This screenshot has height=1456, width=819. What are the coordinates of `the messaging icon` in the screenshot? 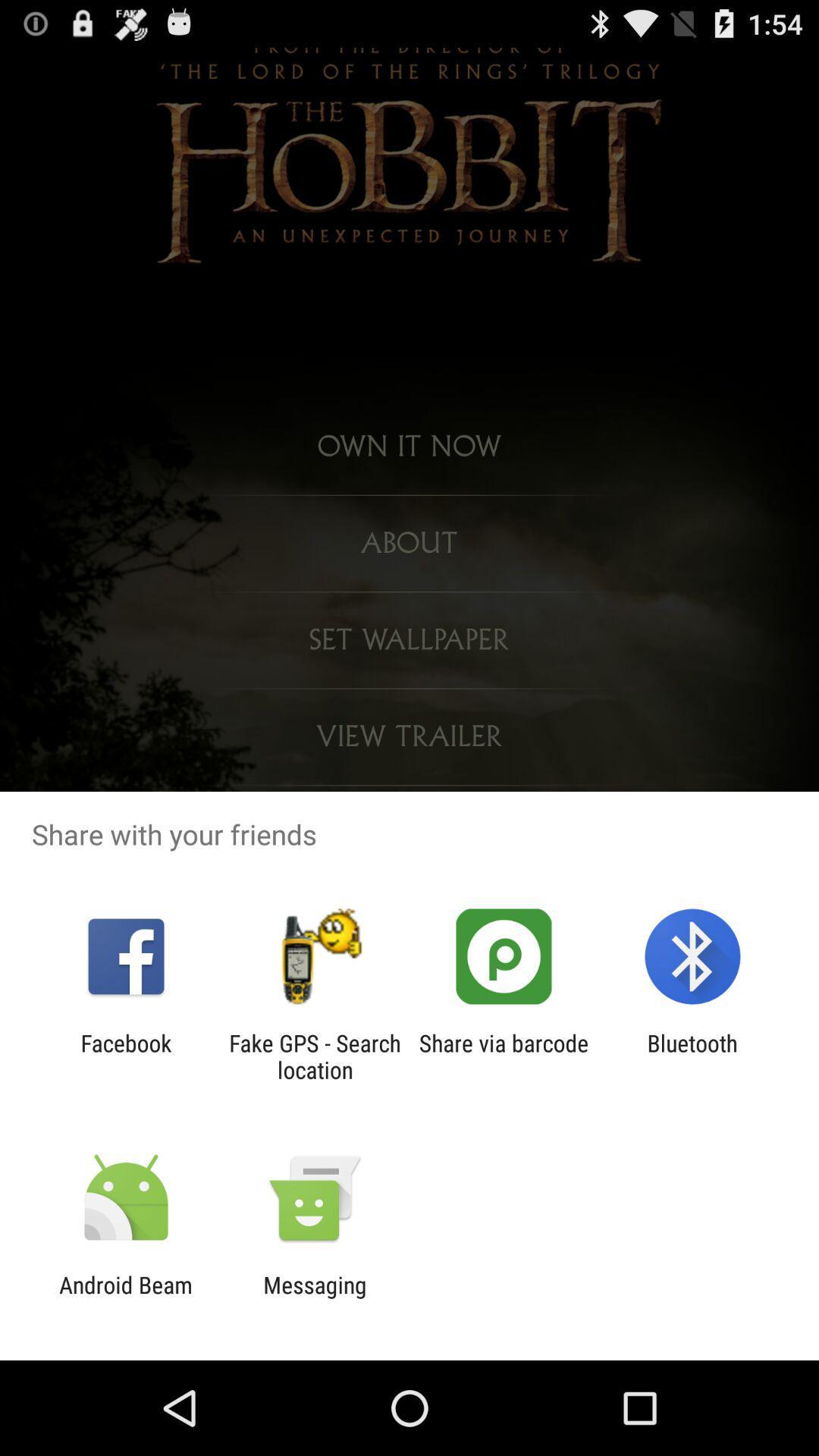 It's located at (314, 1298).